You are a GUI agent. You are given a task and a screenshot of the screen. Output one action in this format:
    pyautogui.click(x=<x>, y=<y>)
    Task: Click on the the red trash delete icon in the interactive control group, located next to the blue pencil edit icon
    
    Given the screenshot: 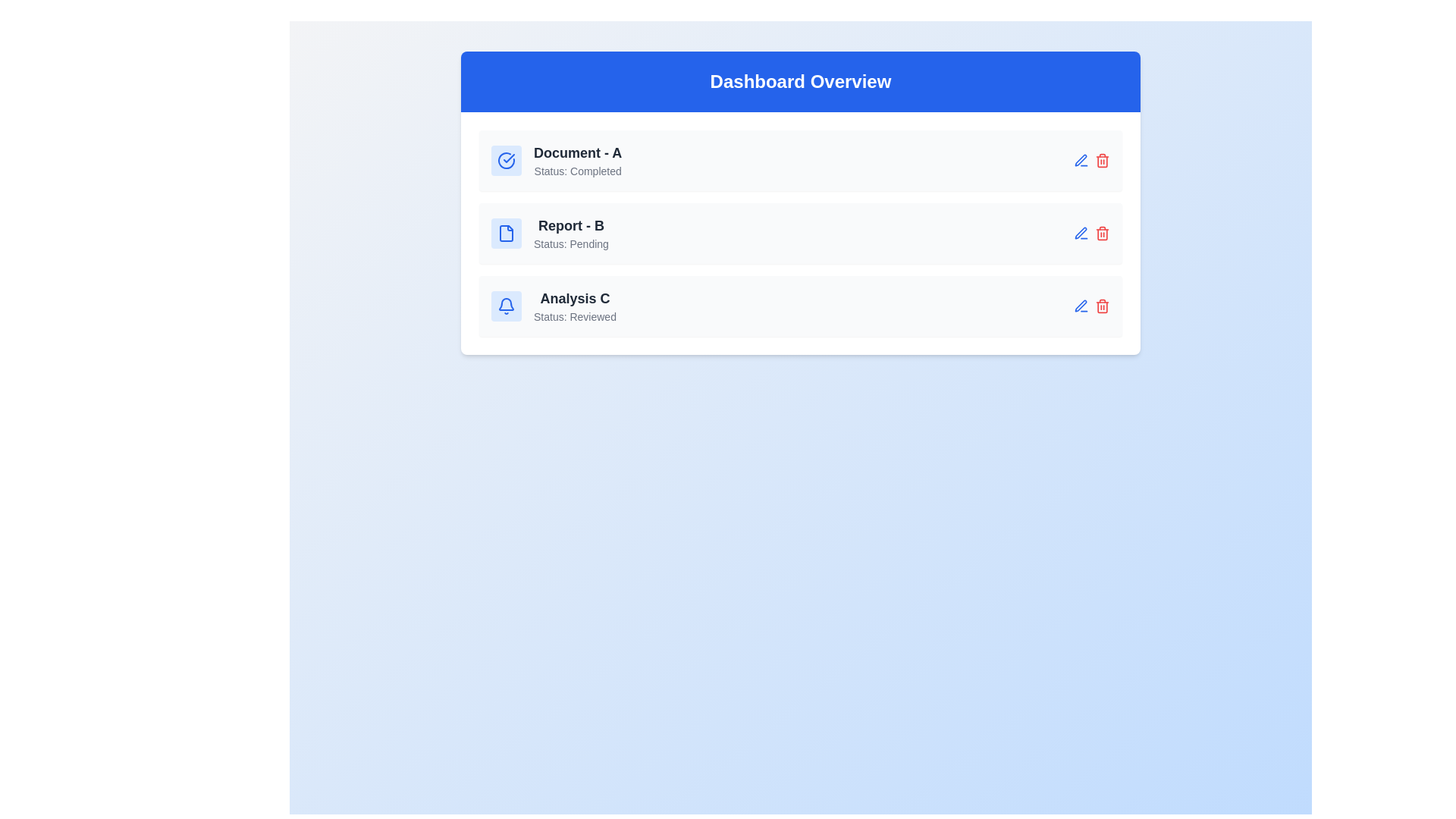 What is the action you would take?
    pyautogui.click(x=1092, y=306)
    